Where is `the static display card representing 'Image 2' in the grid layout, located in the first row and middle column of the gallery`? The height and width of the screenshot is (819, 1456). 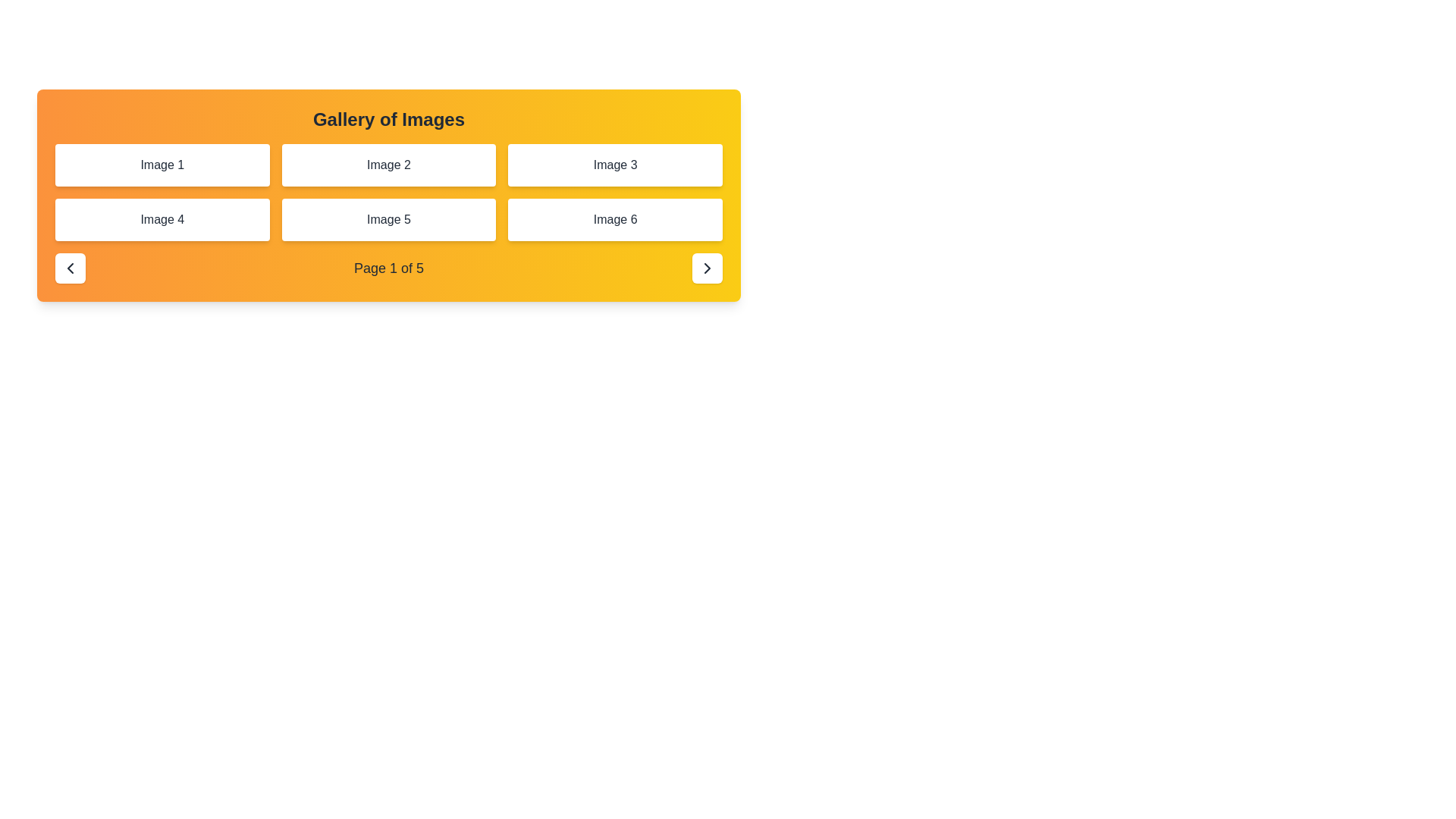
the static display card representing 'Image 2' in the grid layout, located in the first row and middle column of the gallery is located at coordinates (389, 165).